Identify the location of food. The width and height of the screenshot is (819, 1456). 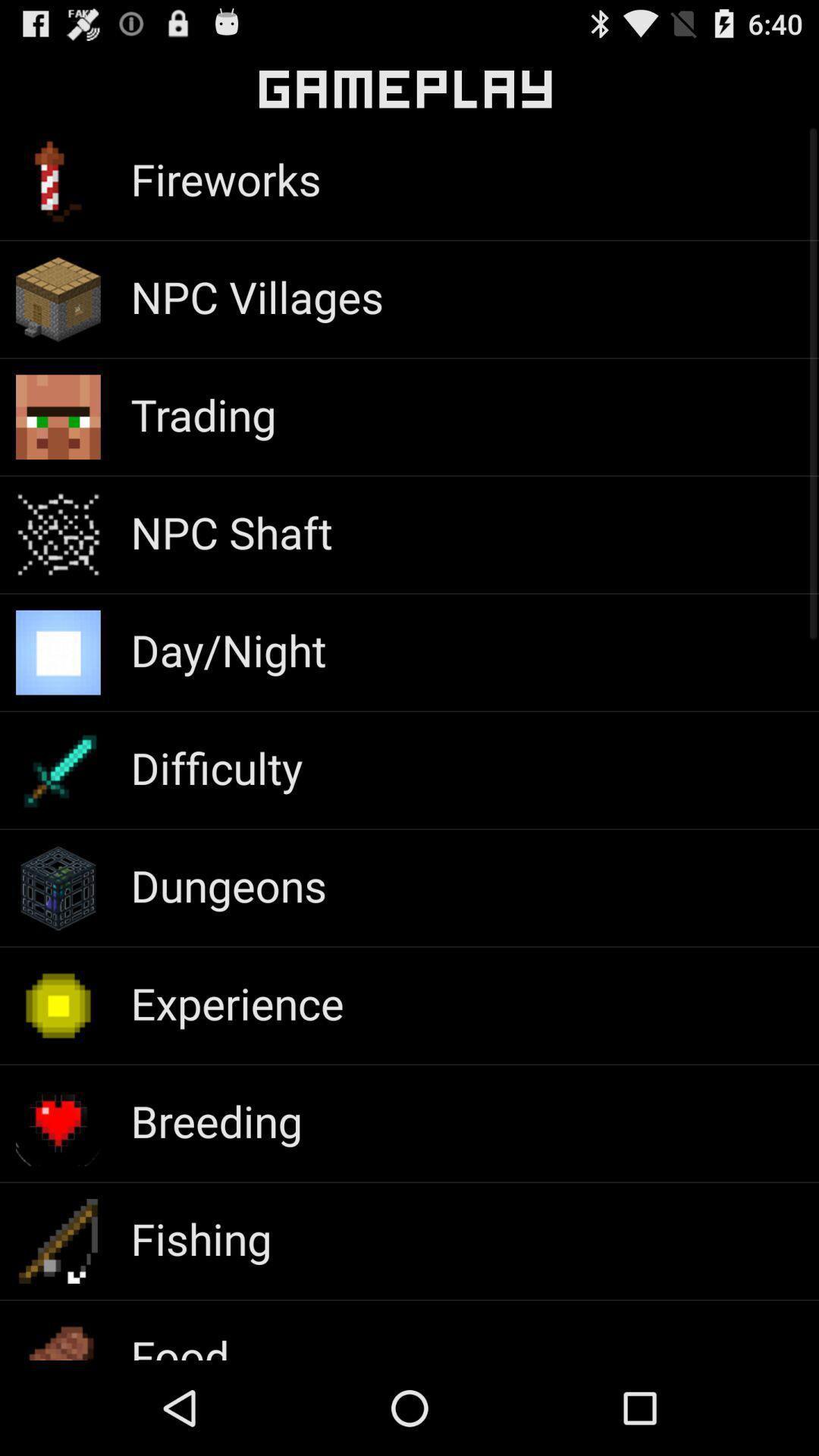
(179, 1343).